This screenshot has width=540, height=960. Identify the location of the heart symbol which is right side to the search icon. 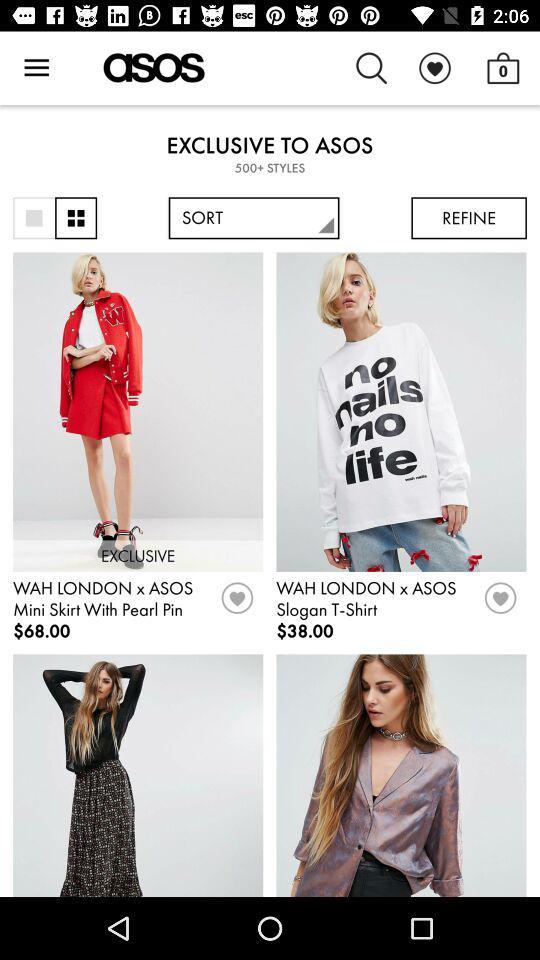
(434, 68).